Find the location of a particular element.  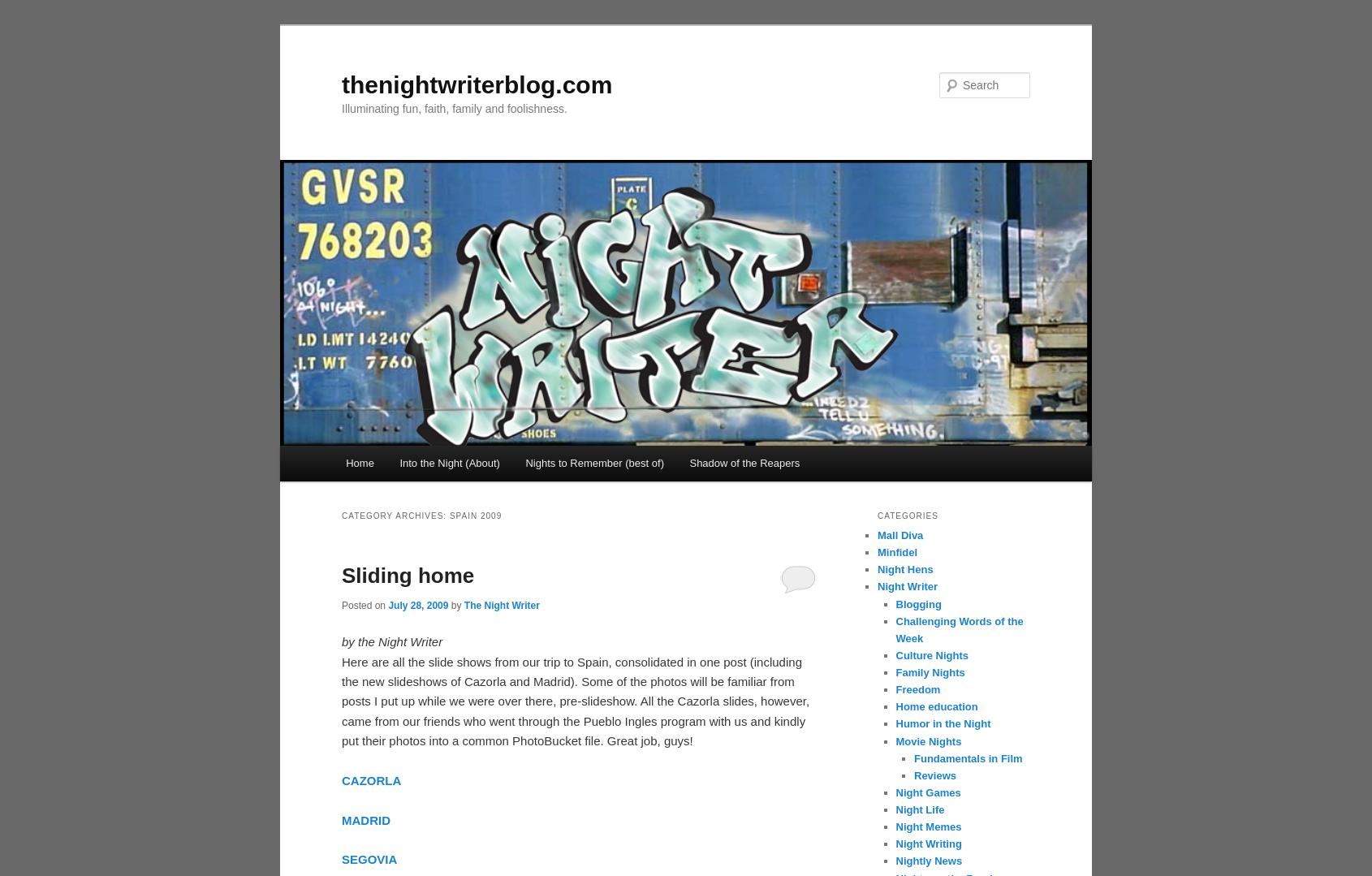

'Night Writing' is located at coordinates (928, 843).